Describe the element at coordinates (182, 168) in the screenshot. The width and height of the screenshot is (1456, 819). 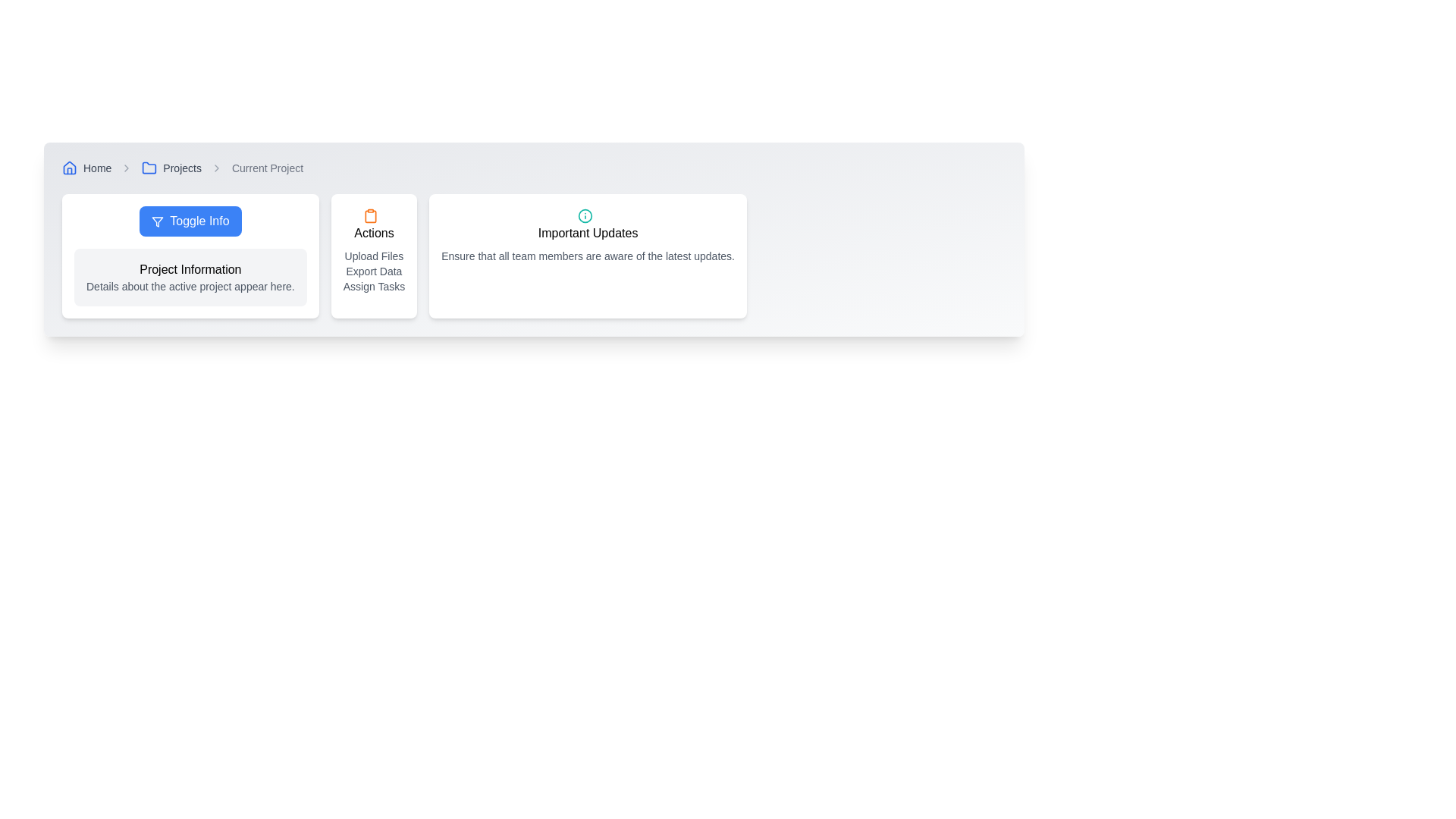
I see `the 'Projects' hyperlink in the breadcrumb navigation bar` at that location.